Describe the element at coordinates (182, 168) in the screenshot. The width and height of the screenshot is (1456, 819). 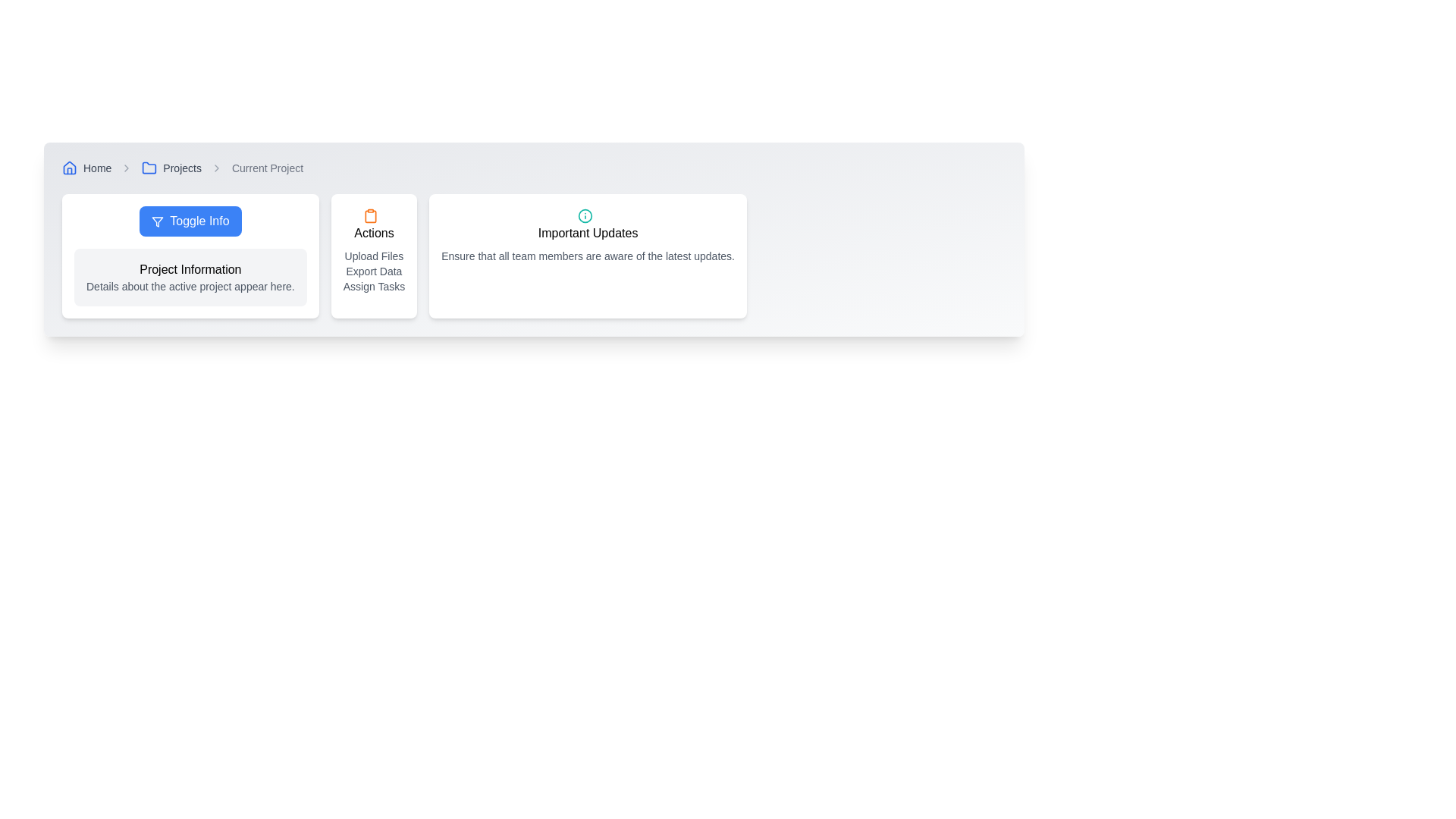
I see `the 'Projects' hyperlink in the breadcrumb navigation bar` at that location.